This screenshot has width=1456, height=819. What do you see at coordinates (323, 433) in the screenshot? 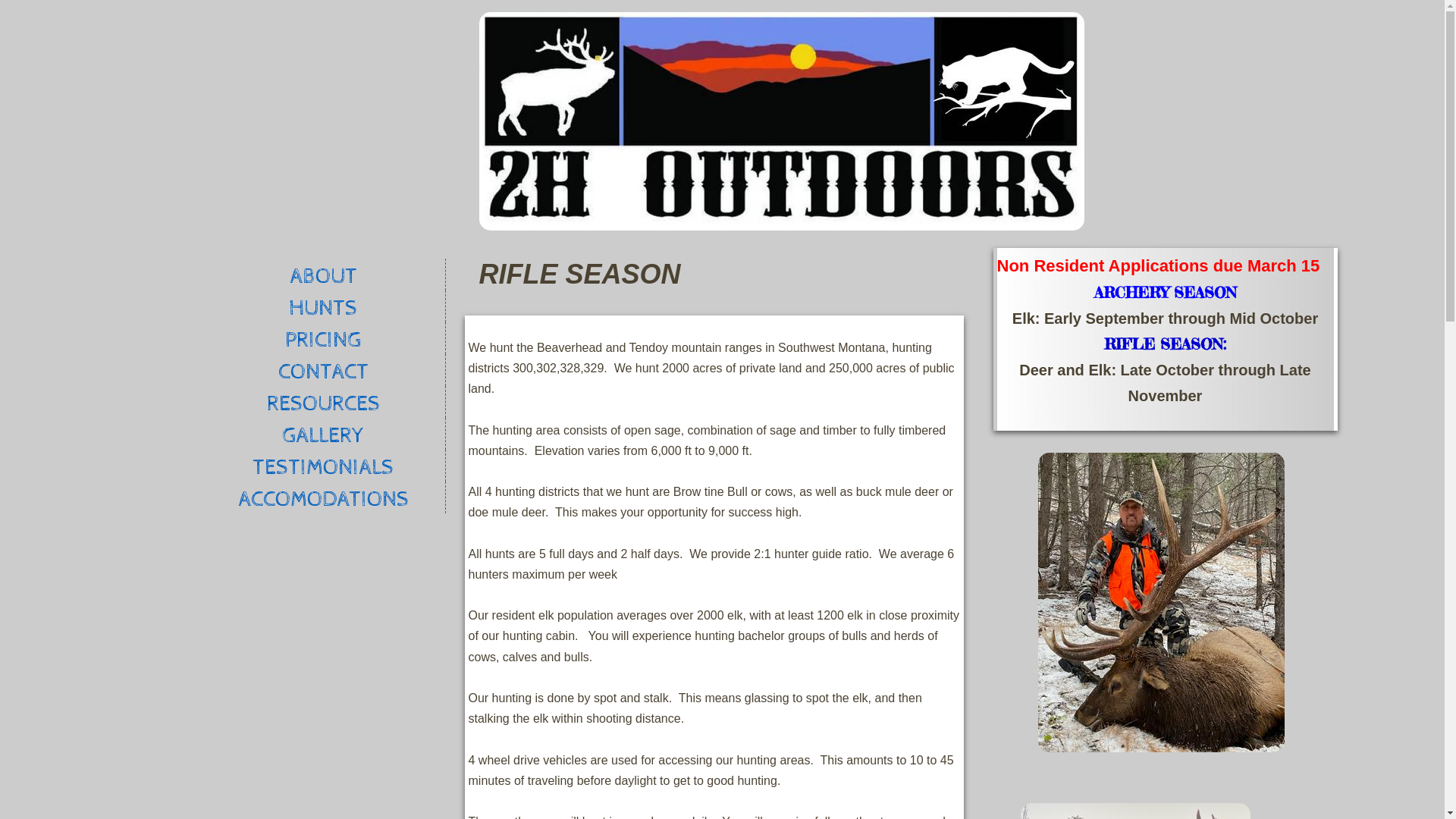
I see `'GALLERY'` at bounding box center [323, 433].